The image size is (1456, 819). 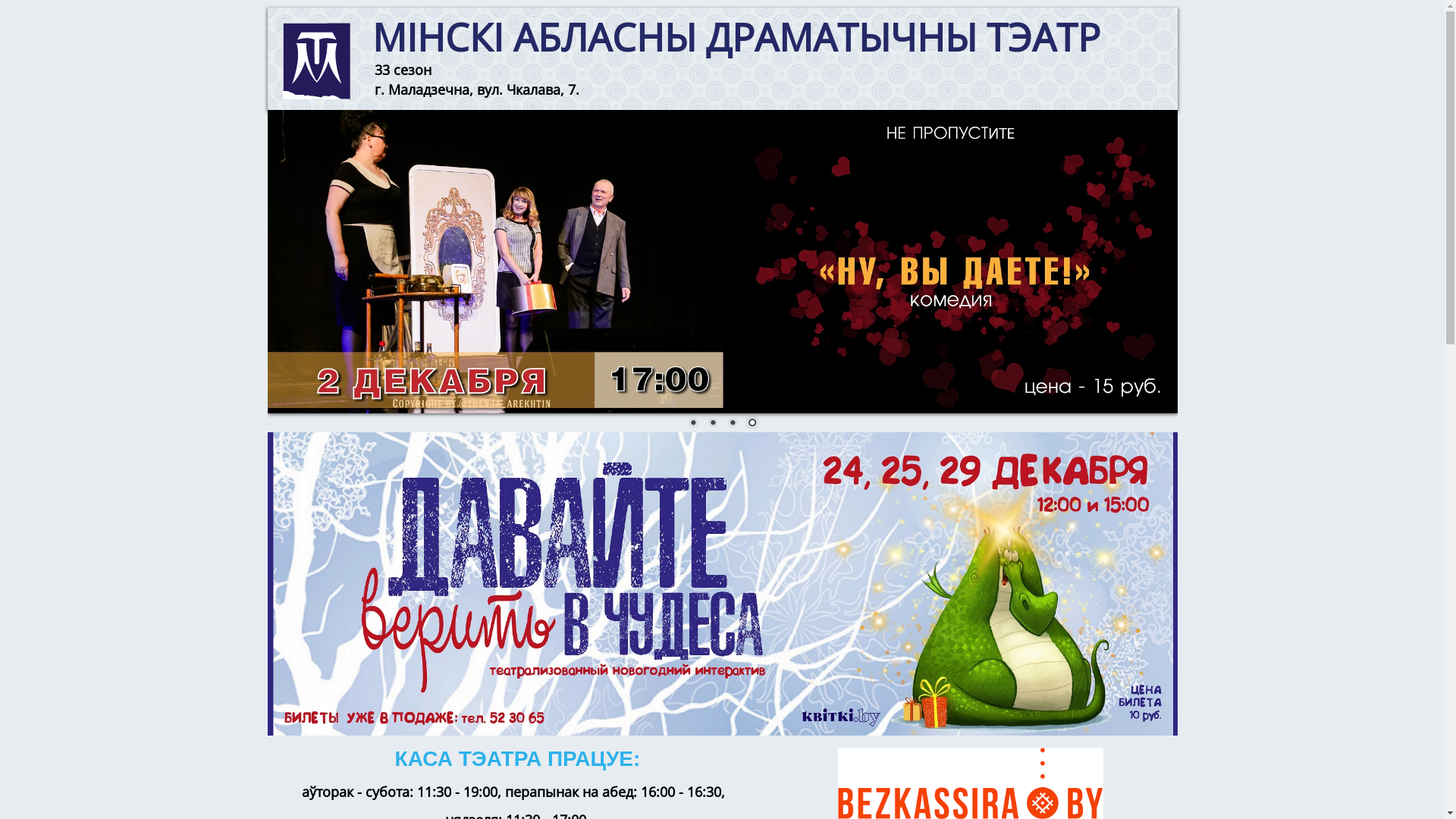 I want to click on '1', so click(x=691, y=424).